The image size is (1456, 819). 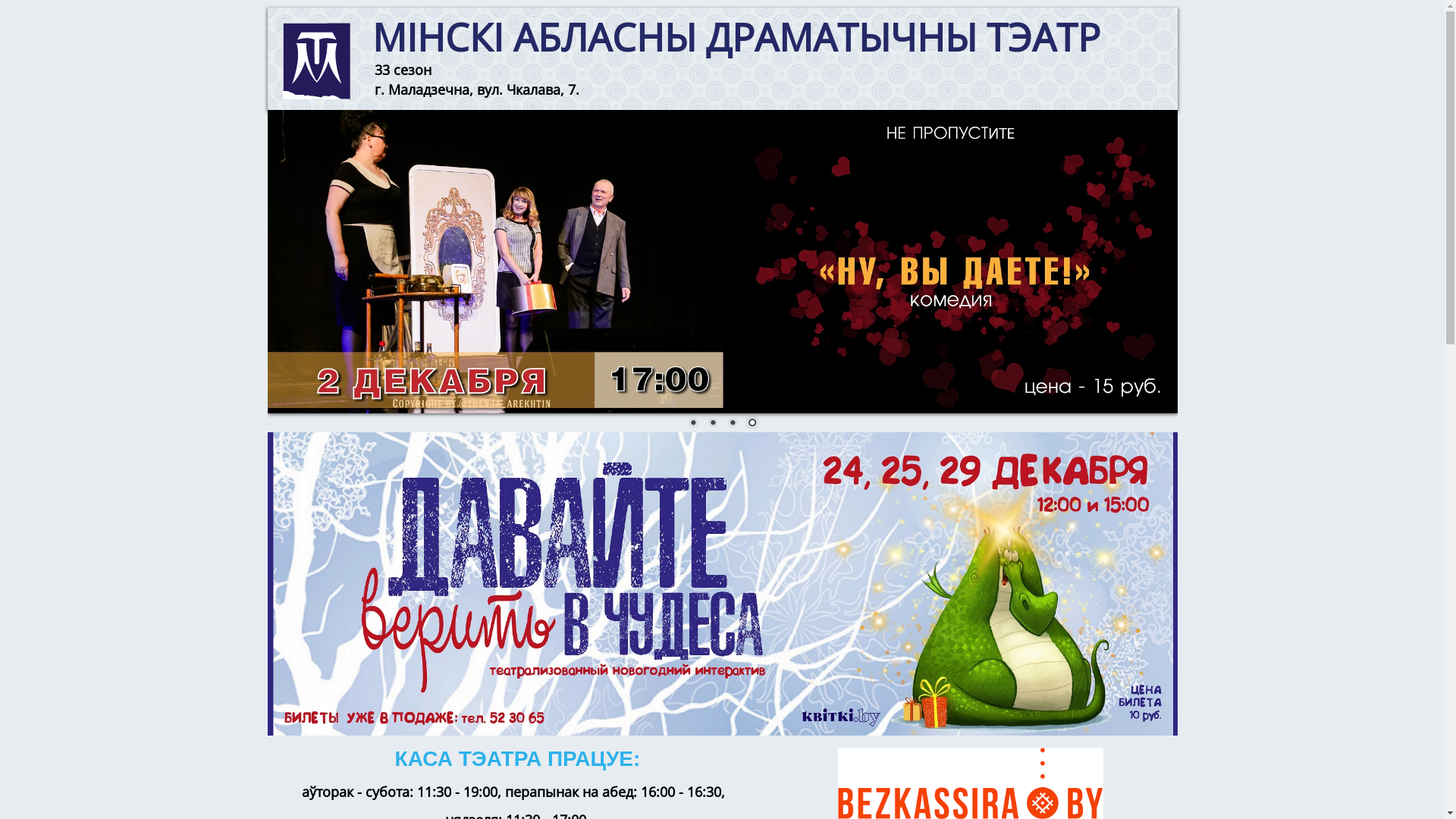 I want to click on '1', so click(x=691, y=424).